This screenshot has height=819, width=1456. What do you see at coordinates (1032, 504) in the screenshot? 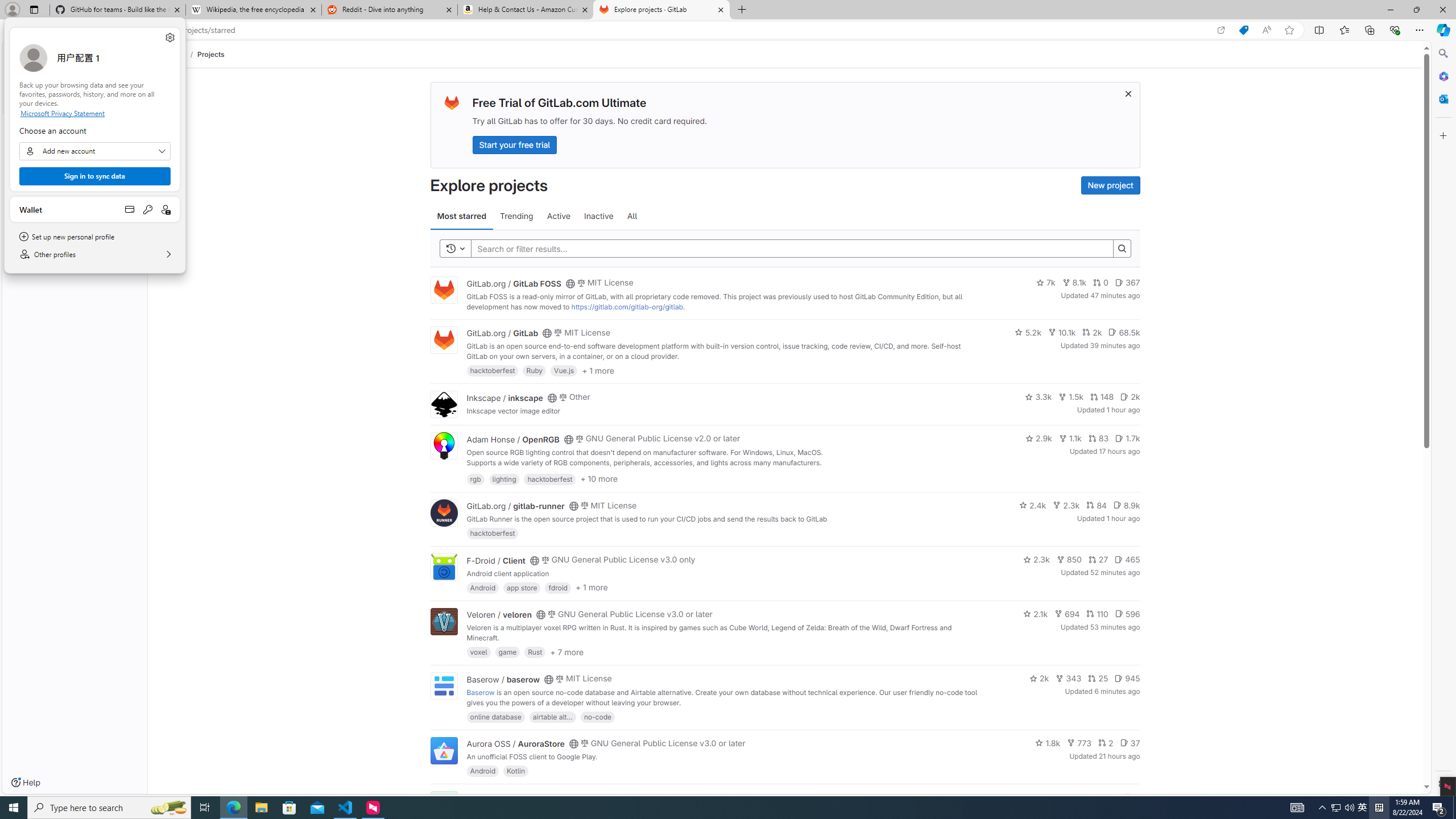
I see `'2.4k'` at bounding box center [1032, 504].